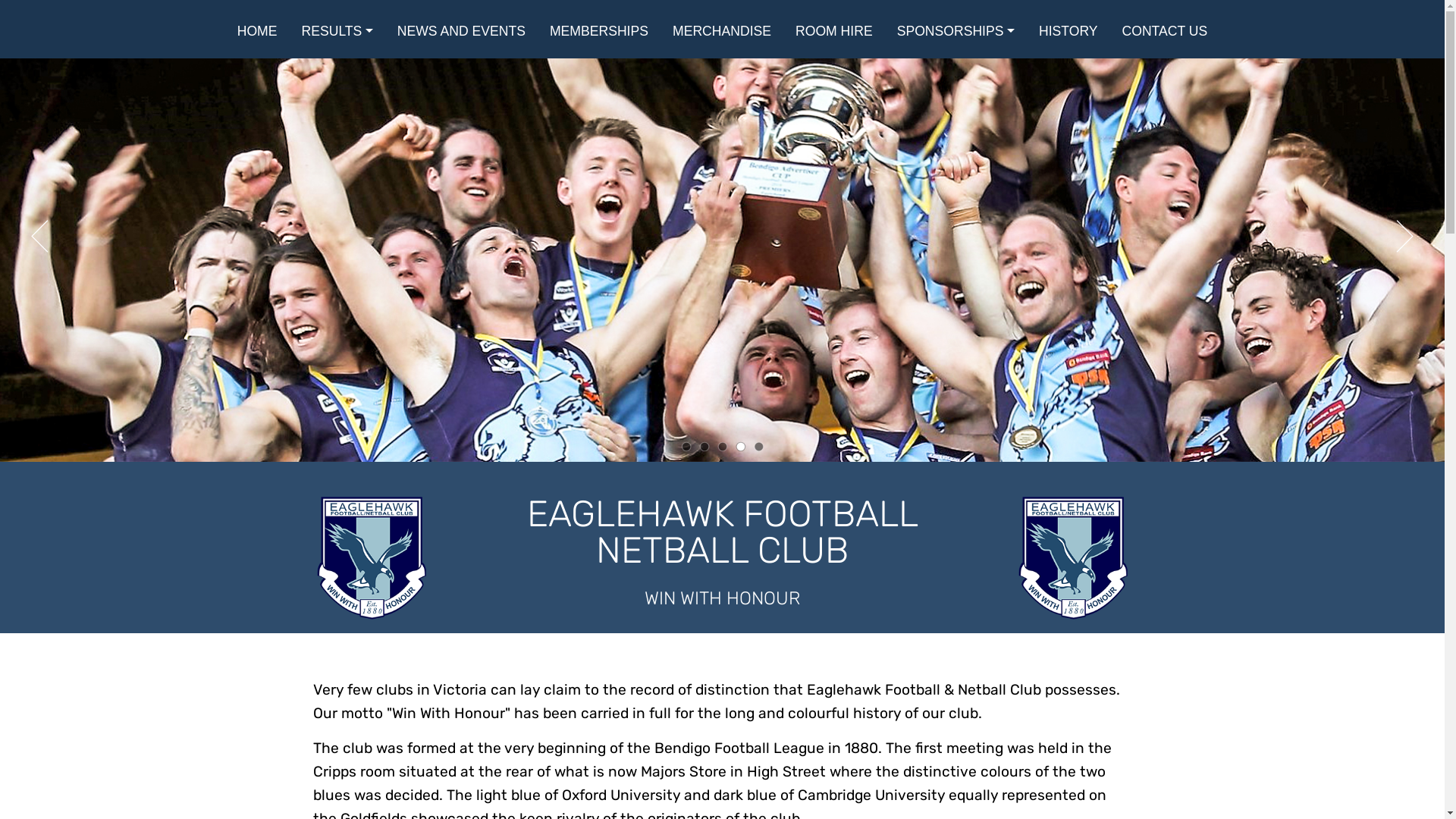 This screenshot has height=819, width=1456. Describe the element at coordinates (598, 31) in the screenshot. I see `'MEMBERSHIPS'` at that location.